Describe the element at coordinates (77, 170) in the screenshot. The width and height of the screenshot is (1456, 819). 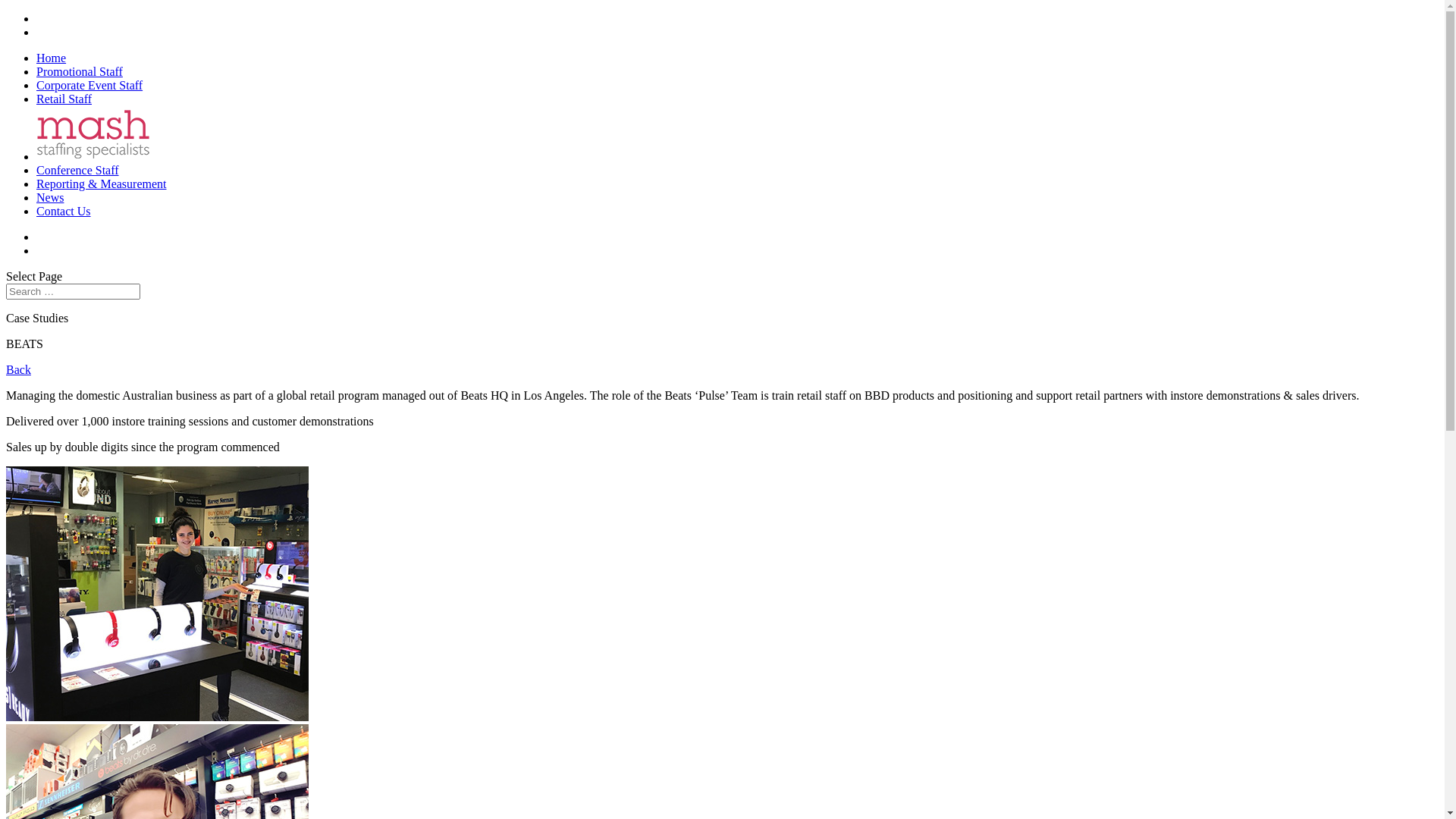
I see `'Conference Staff'` at that location.